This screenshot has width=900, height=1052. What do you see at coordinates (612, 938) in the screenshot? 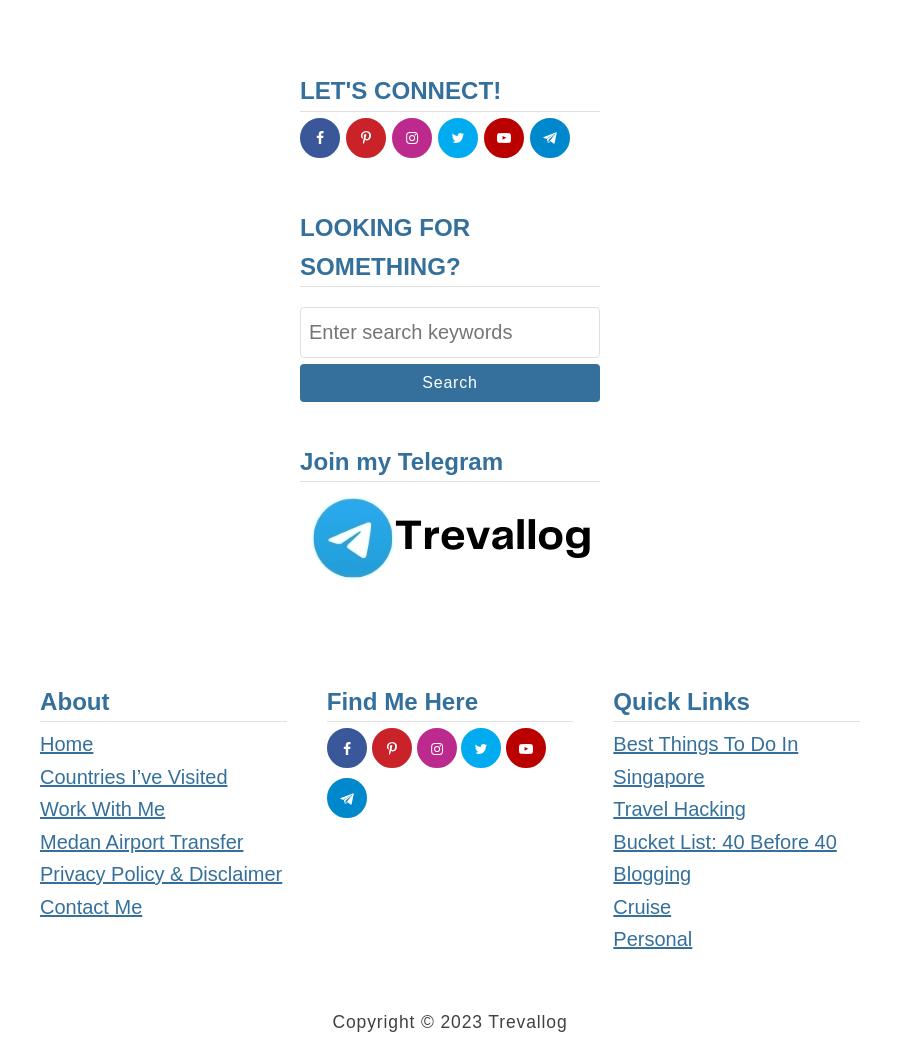
I see `'Personal'` at bounding box center [612, 938].